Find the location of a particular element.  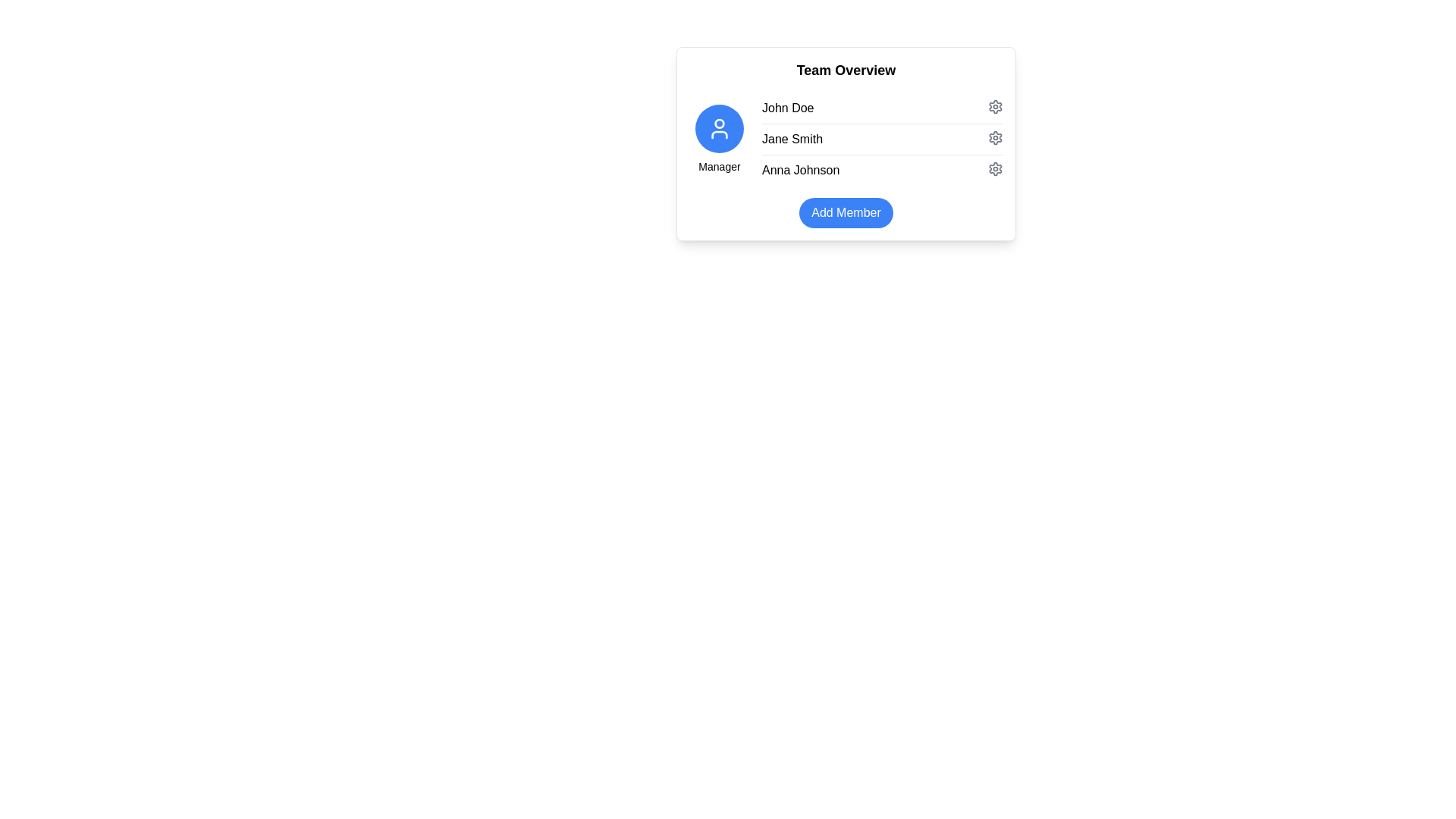

the gear icon located to the right of the 'Jane Smith' text is located at coordinates (996, 137).